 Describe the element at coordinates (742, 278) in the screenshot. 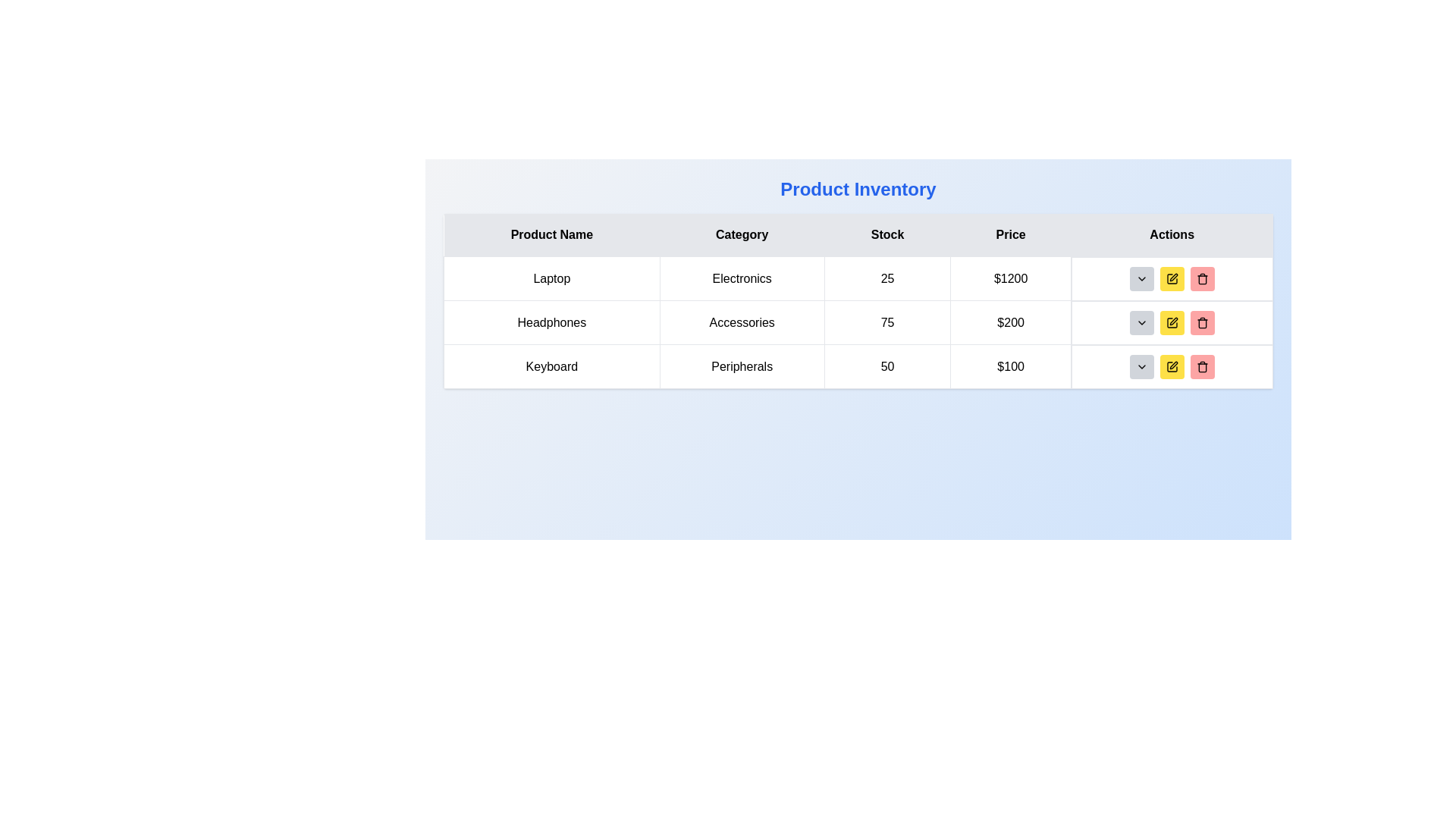

I see `the table cell displaying the text 'Electronics' in the second column of the first data row of the 'Product Inventory' table` at that location.